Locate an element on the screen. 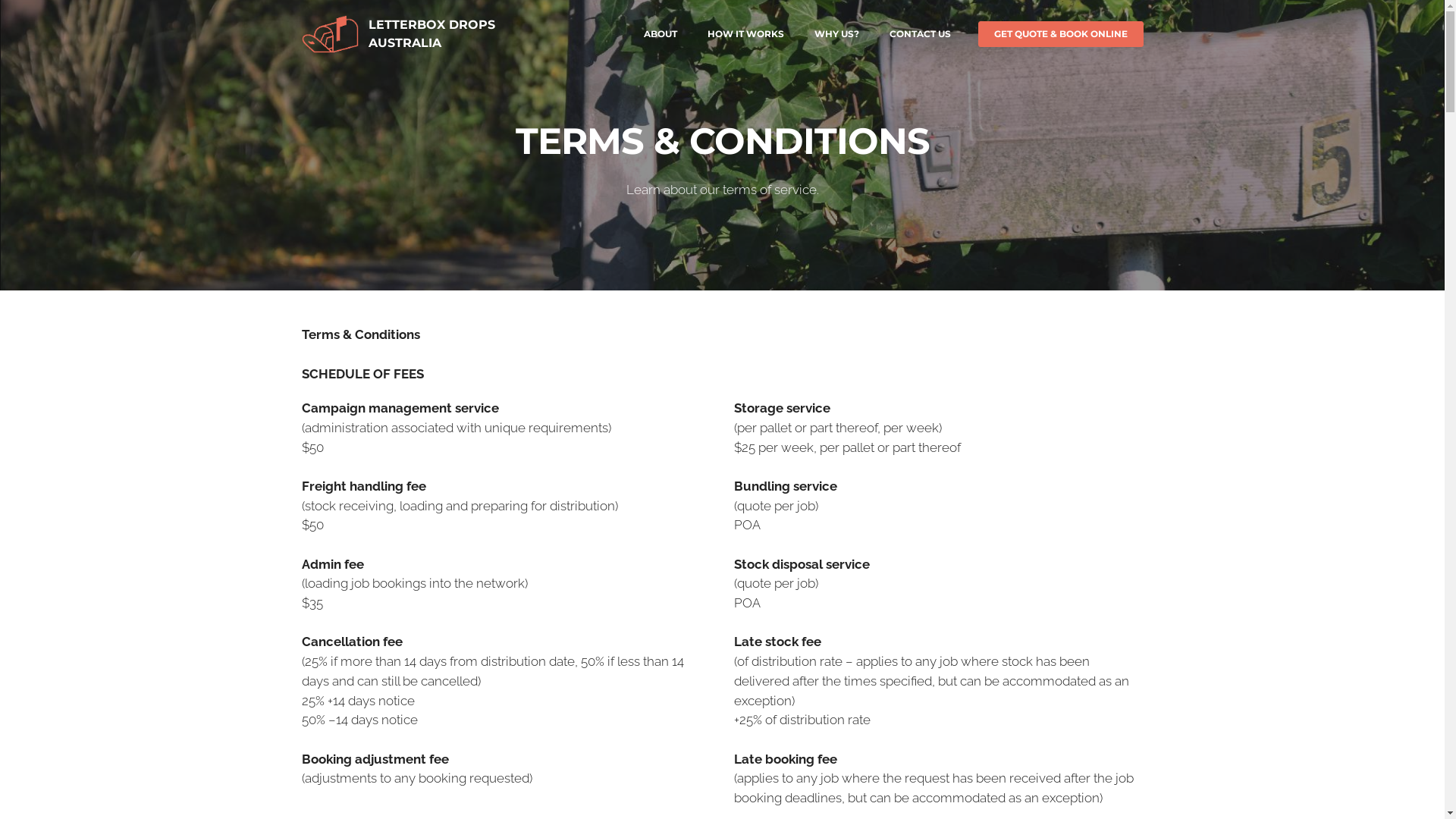  'HOW IT WORKS' is located at coordinates (745, 34).